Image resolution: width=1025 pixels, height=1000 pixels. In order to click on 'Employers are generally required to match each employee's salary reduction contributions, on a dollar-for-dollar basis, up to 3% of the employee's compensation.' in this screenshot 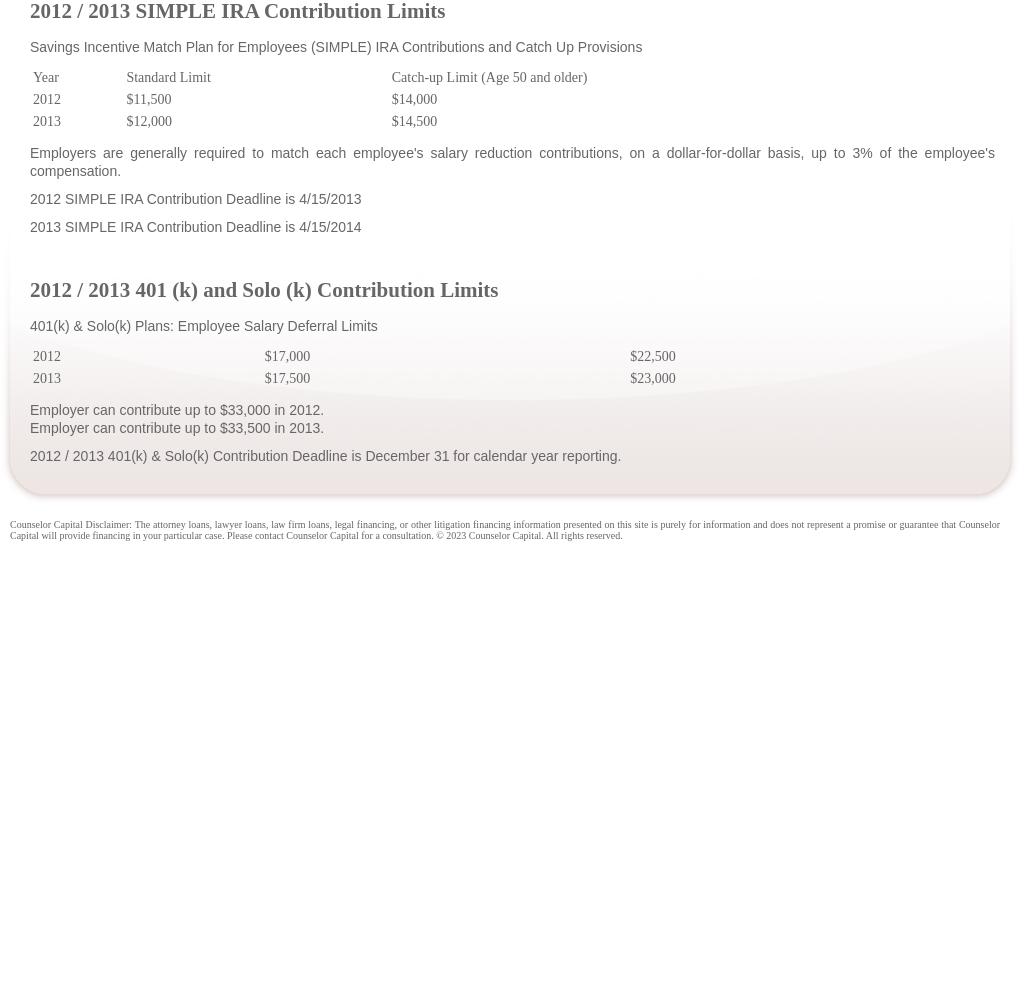, I will do `click(512, 161)`.